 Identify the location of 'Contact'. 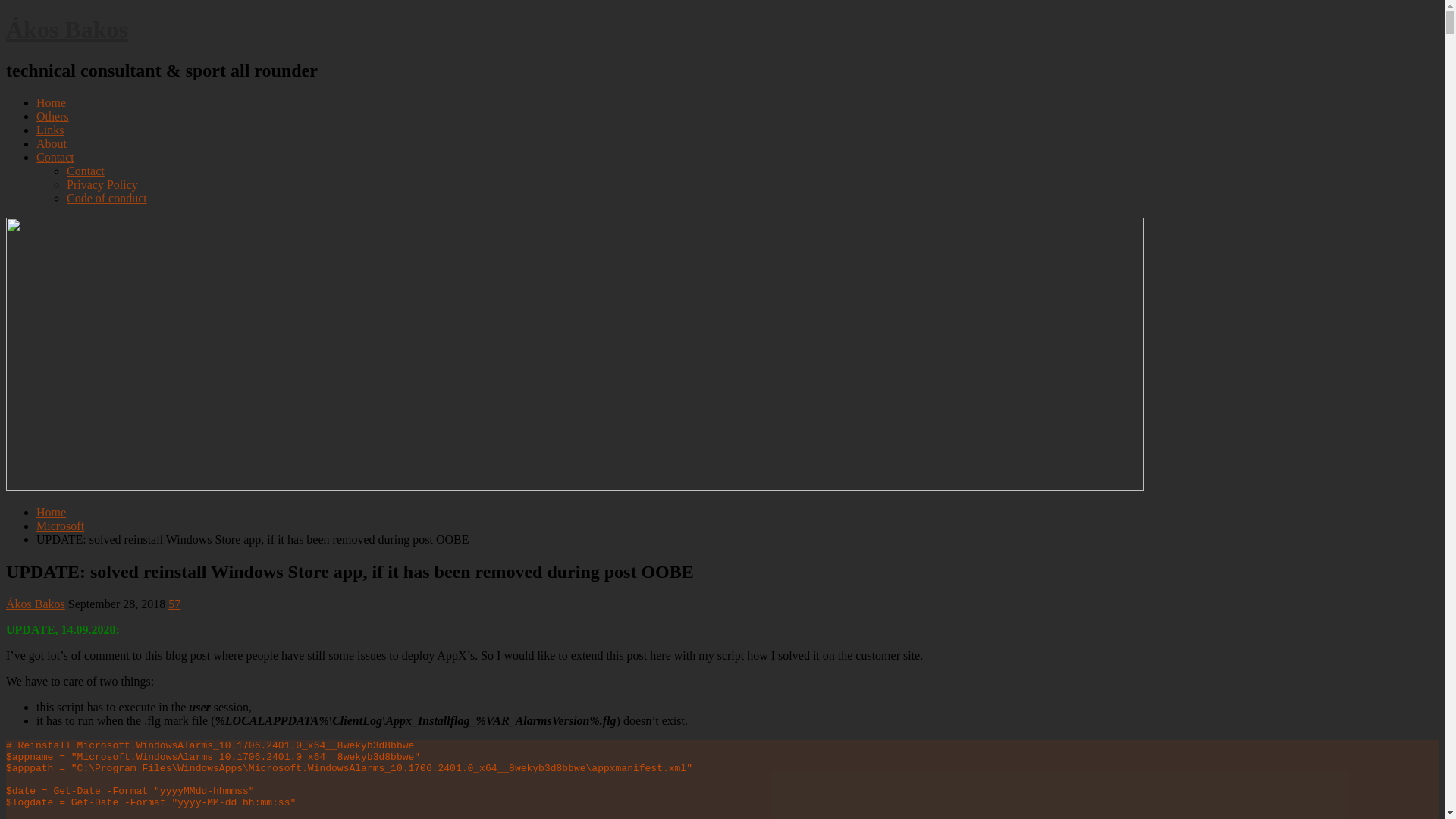
(85, 171).